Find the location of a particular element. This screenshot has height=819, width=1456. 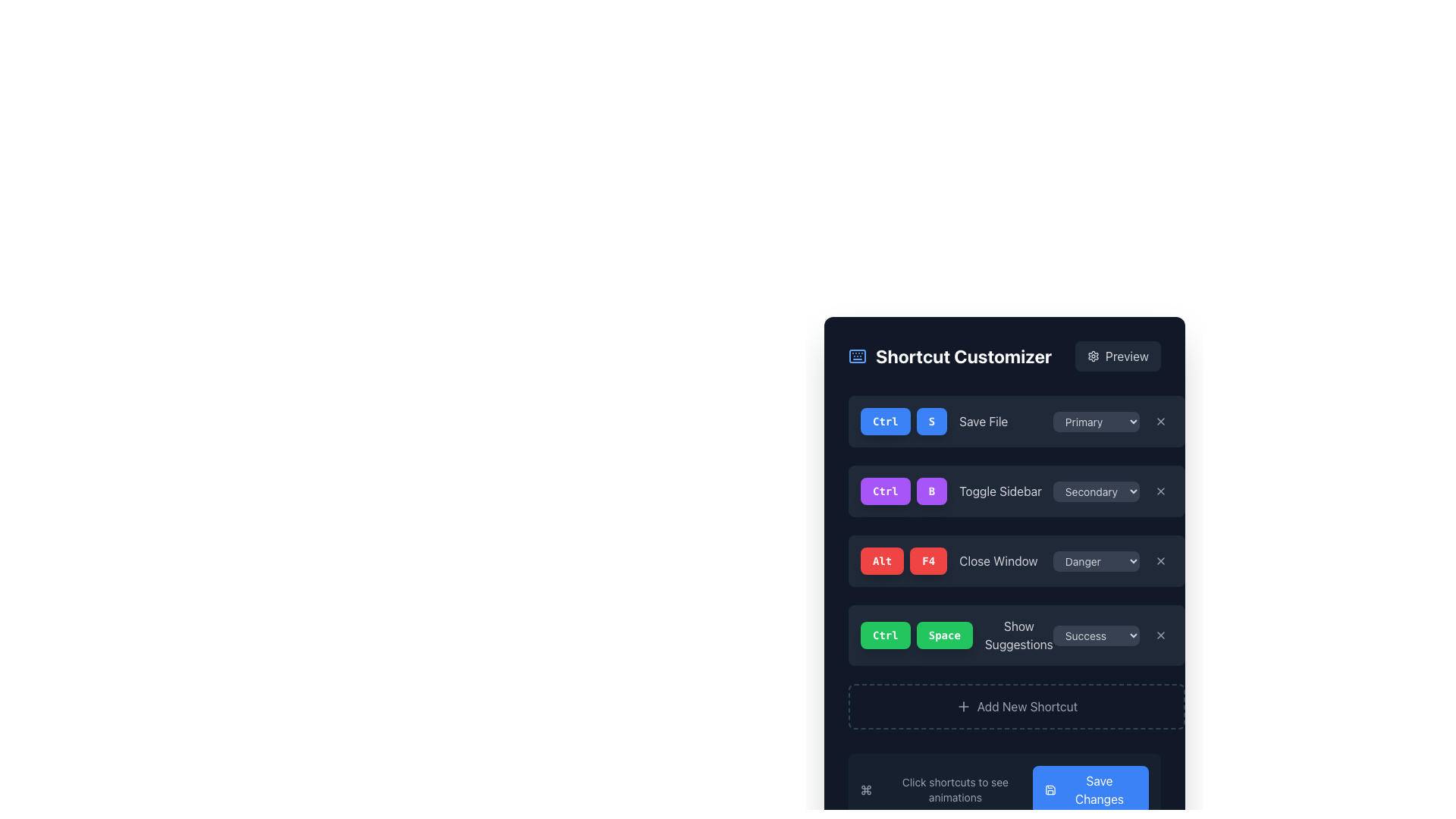

the red button labeled 'Alt' with rounded corners, which is the first button in the 'Close Window' section is located at coordinates (882, 561).